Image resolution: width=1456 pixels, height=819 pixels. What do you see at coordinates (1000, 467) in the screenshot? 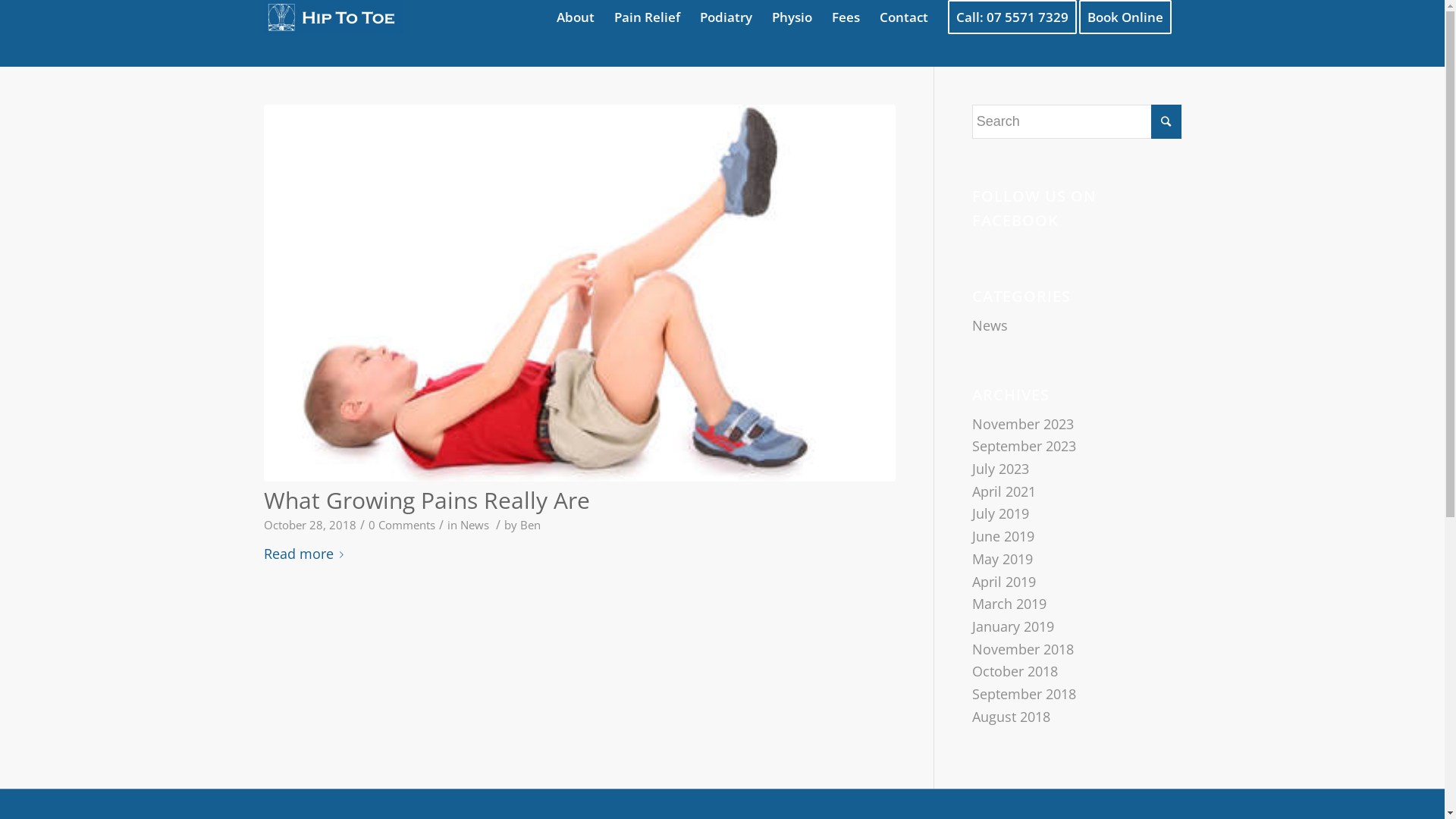
I see `'July 2023'` at bounding box center [1000, 467].